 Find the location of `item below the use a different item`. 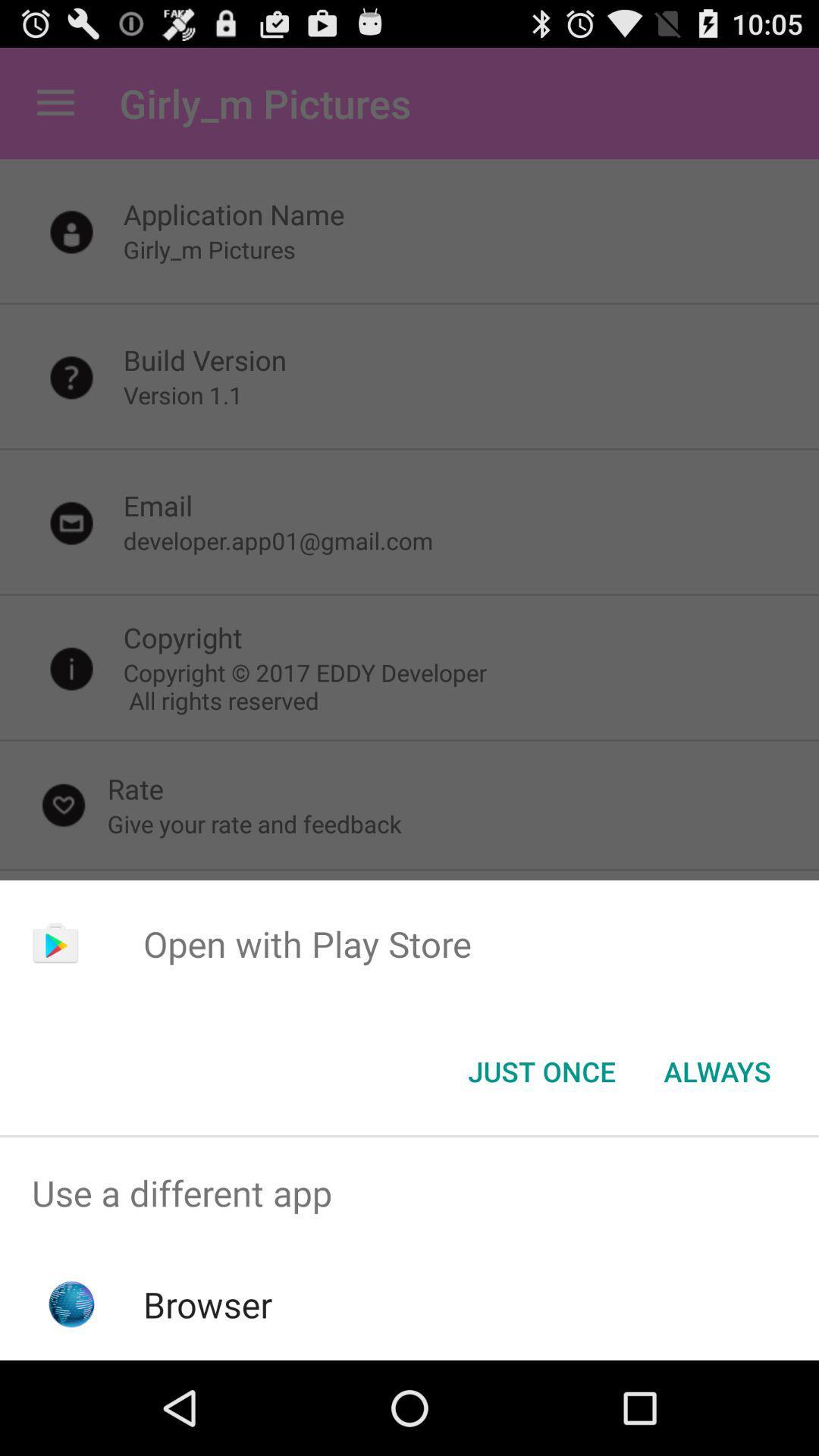

item below the use a different item is located at coordinates (208, 1304).